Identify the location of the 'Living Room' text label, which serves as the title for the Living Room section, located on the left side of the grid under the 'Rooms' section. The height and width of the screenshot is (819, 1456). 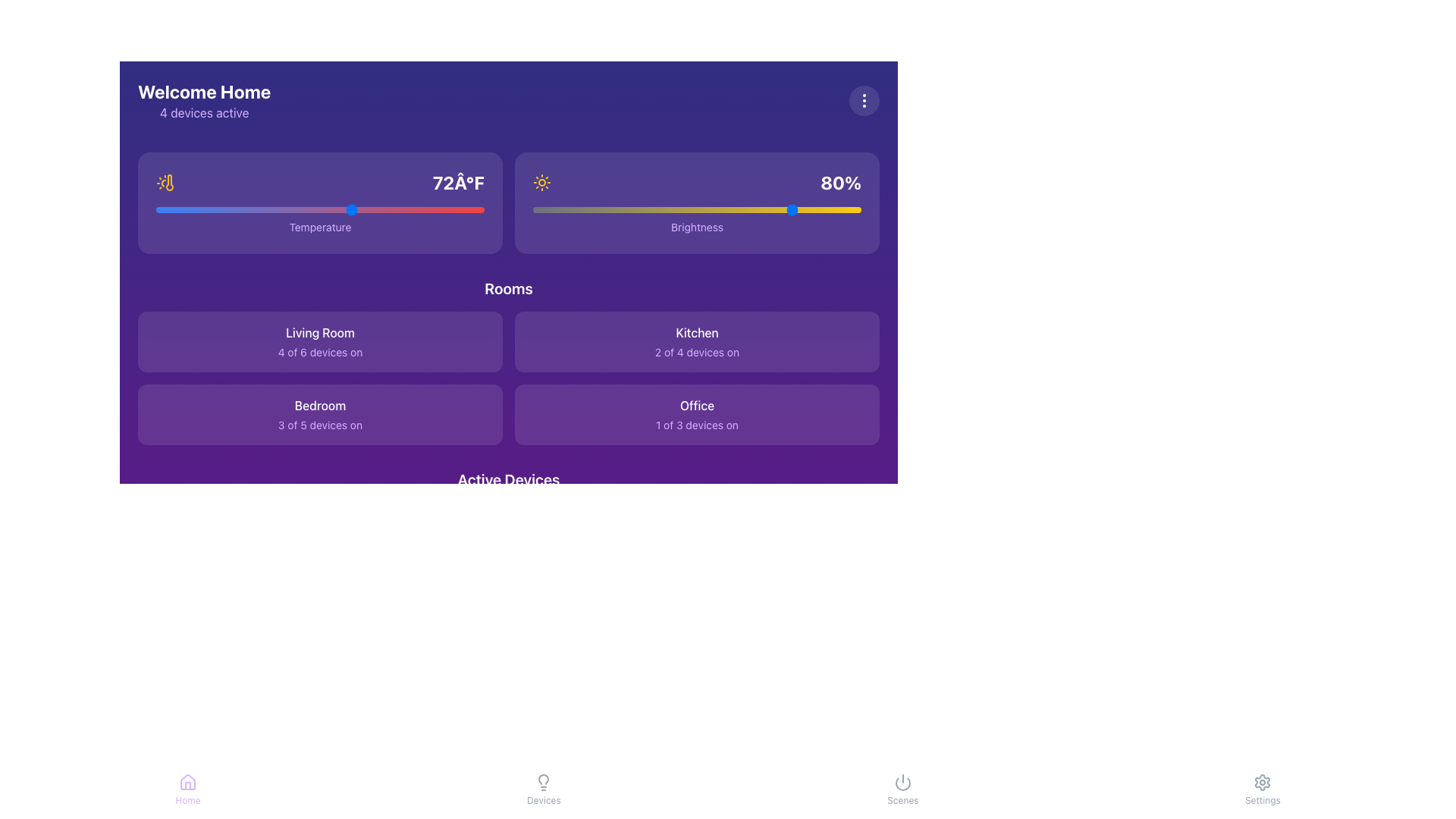
(319, 332).